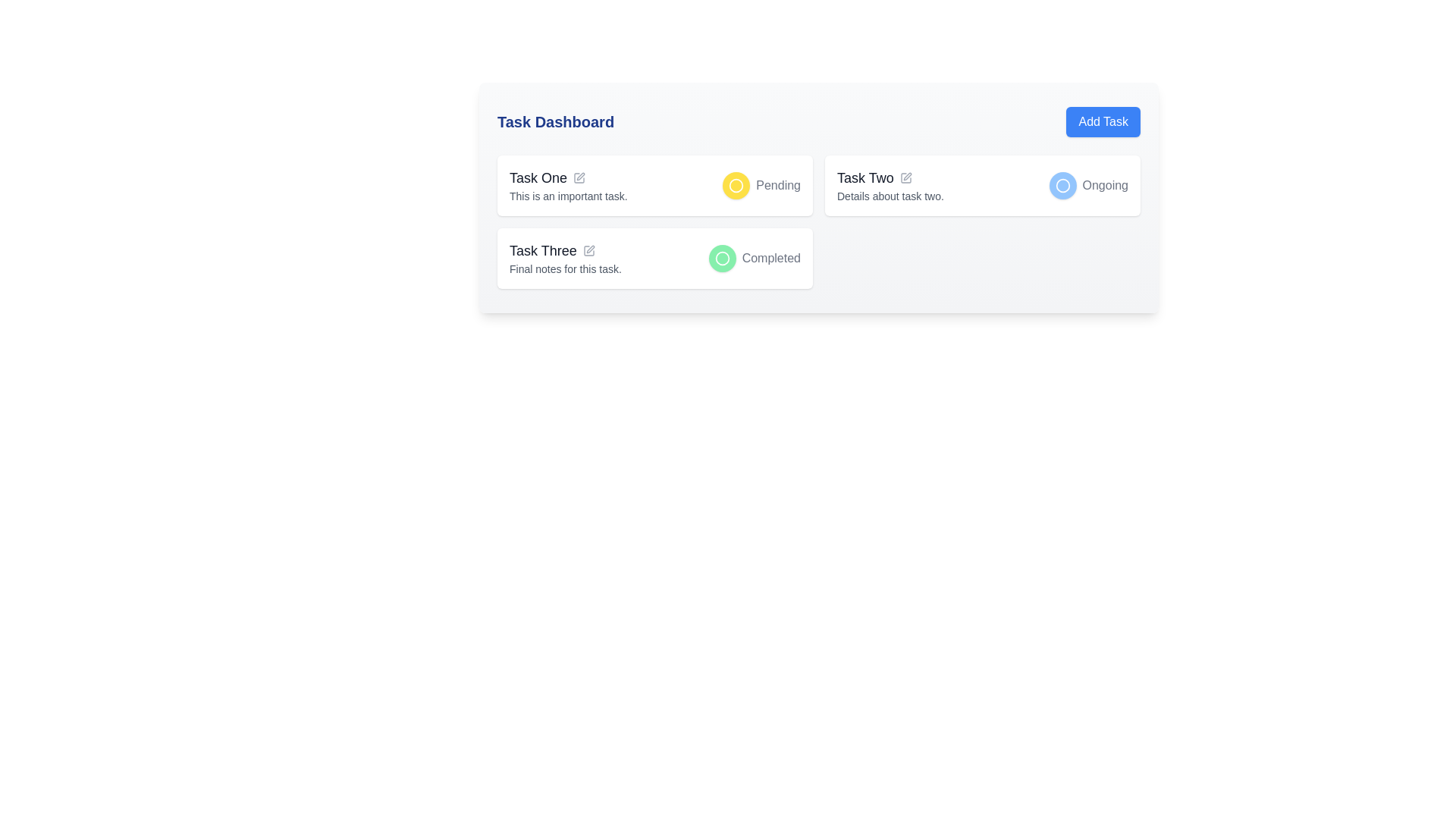  Describe the element at coordinates (1062, 185) in the screenshot. I see `the circular element with a white border and blue center located within the 'Task Two' card, aligned with its top-right corner` at that location.